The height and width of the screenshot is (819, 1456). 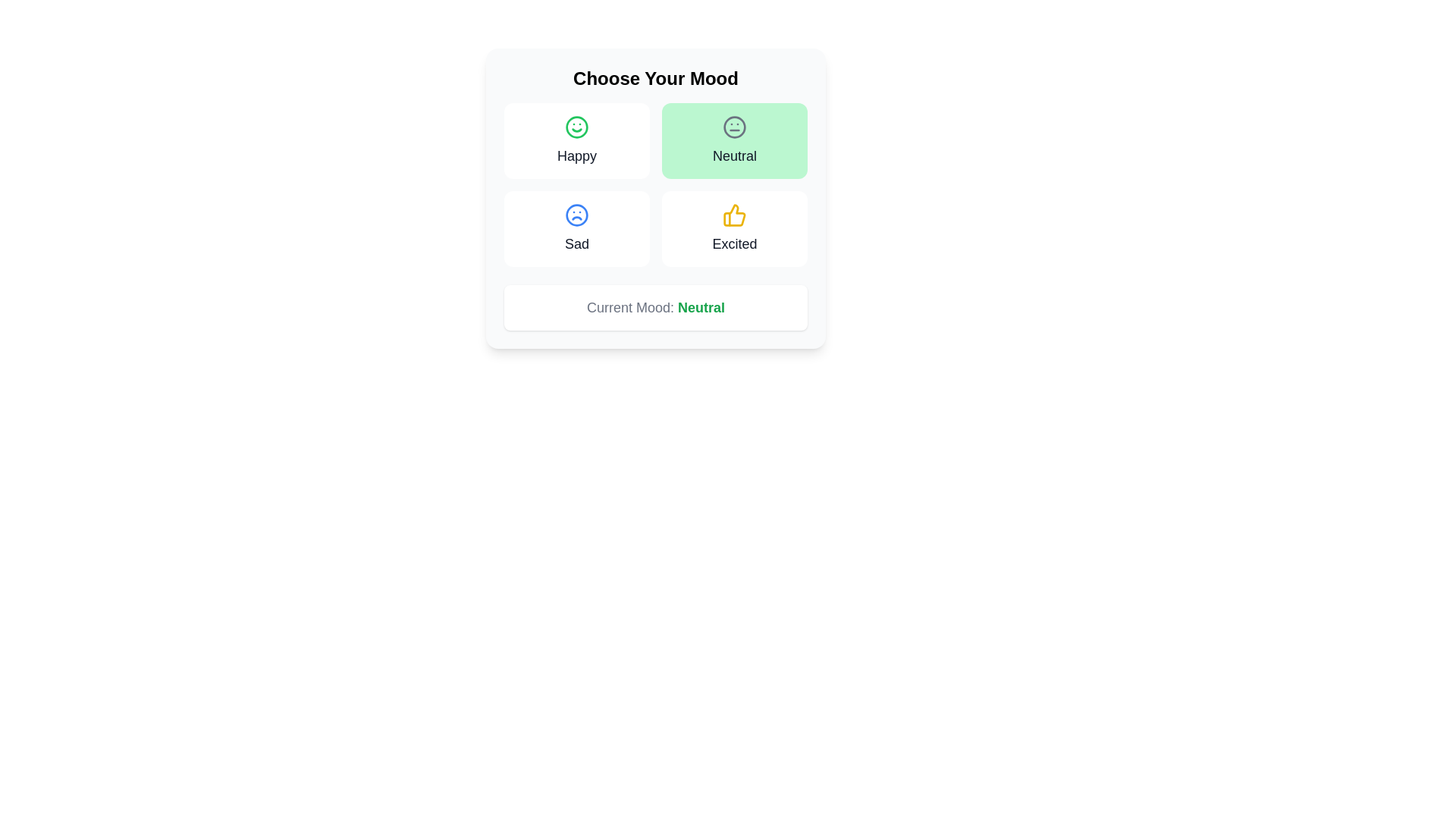 I want to click on the green smiley face icon, which is located above the text label 'Happy' and to the left of the 'Neutral' mood icon, so click(x=576, y=127).